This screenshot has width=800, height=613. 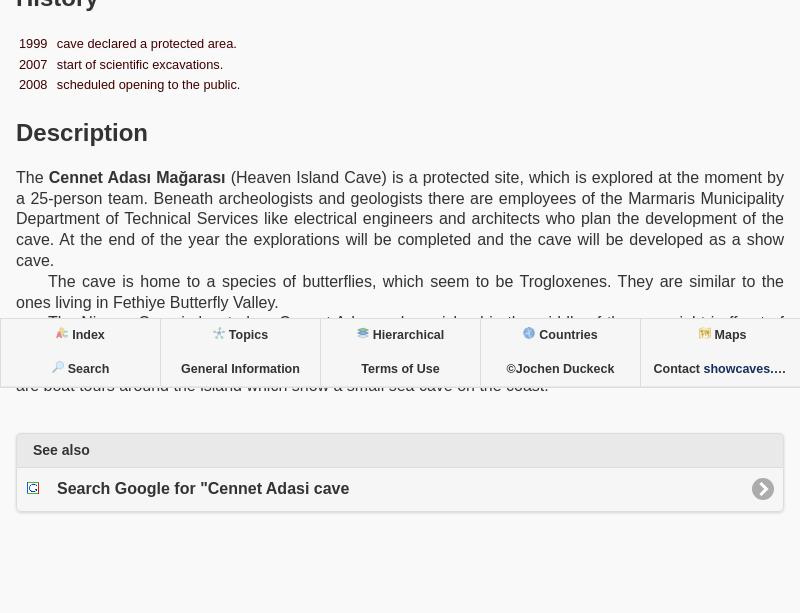 I want to click on 'Maps', so click(x=713, y=334).